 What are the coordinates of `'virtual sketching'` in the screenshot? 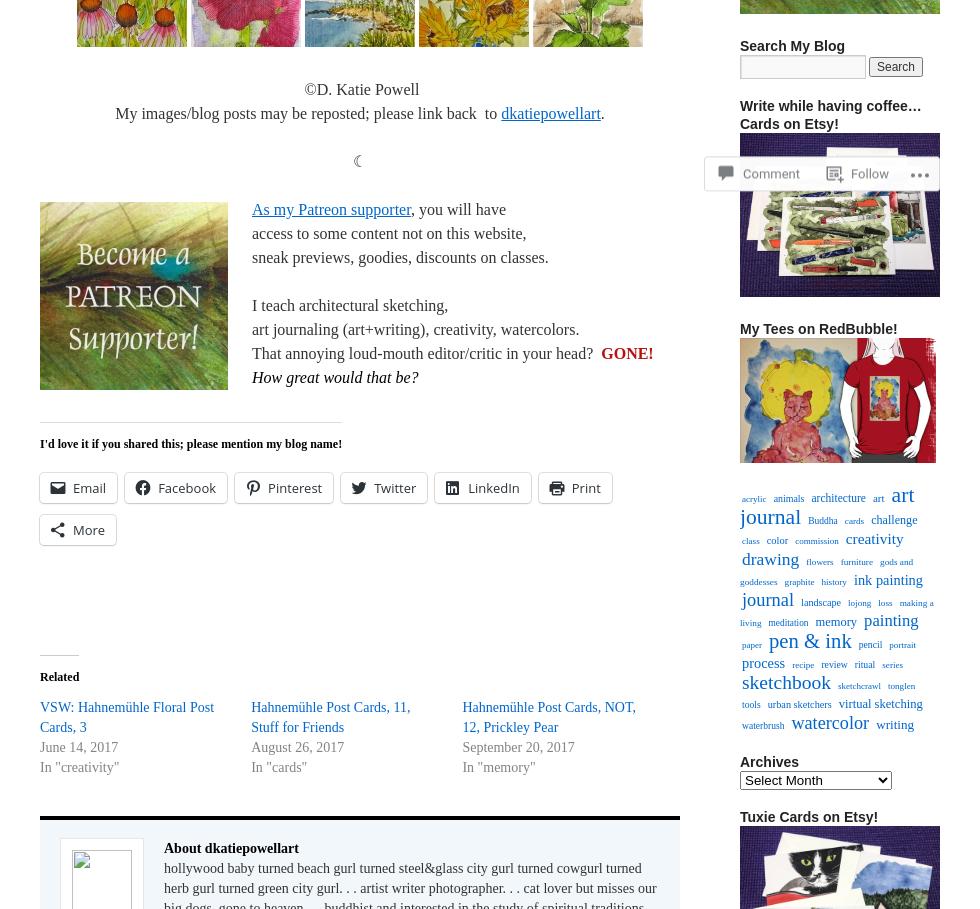 It's located at (880, 703).